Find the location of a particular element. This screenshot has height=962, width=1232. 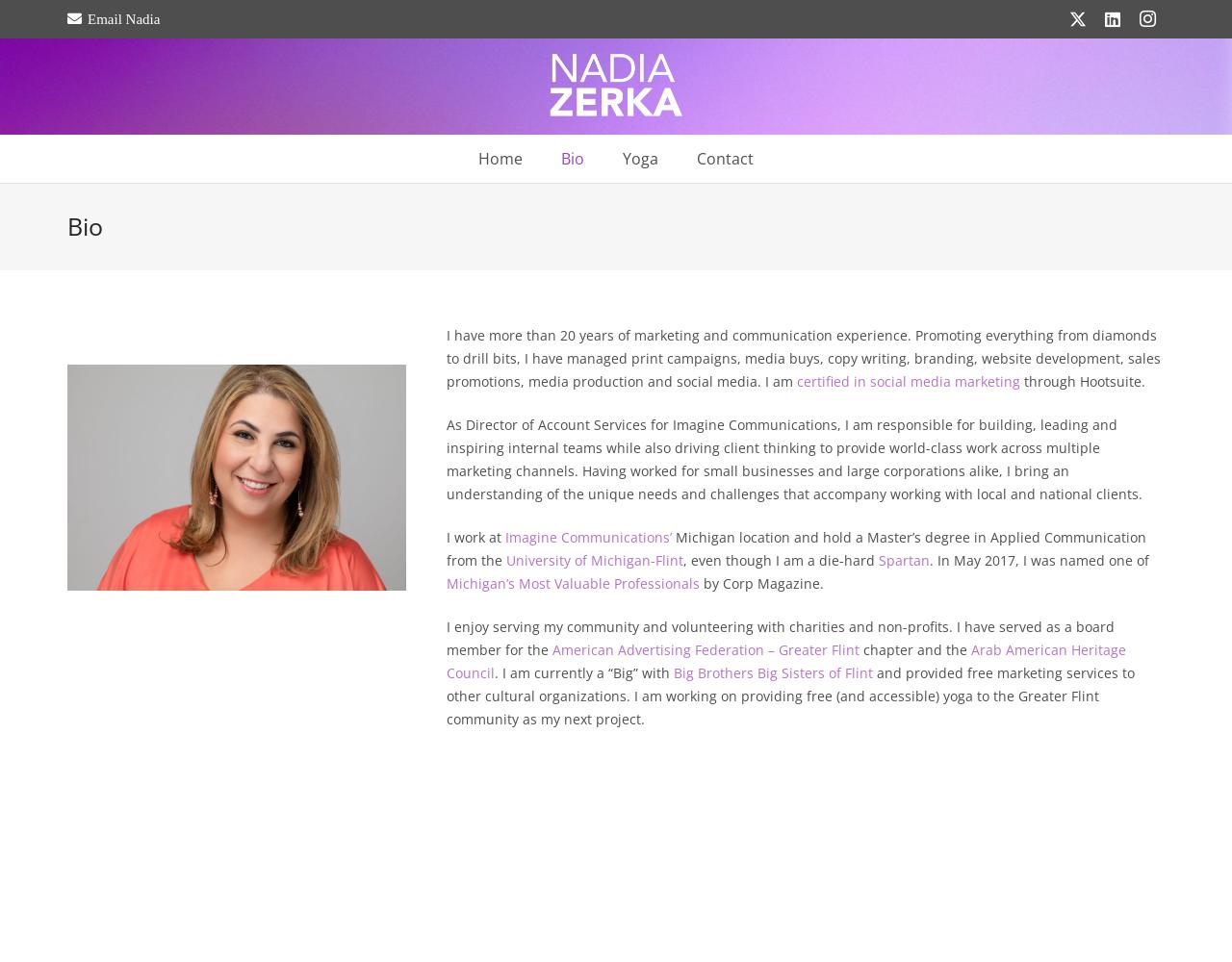

'Email Nadia' is located at coordinates (122, 18).